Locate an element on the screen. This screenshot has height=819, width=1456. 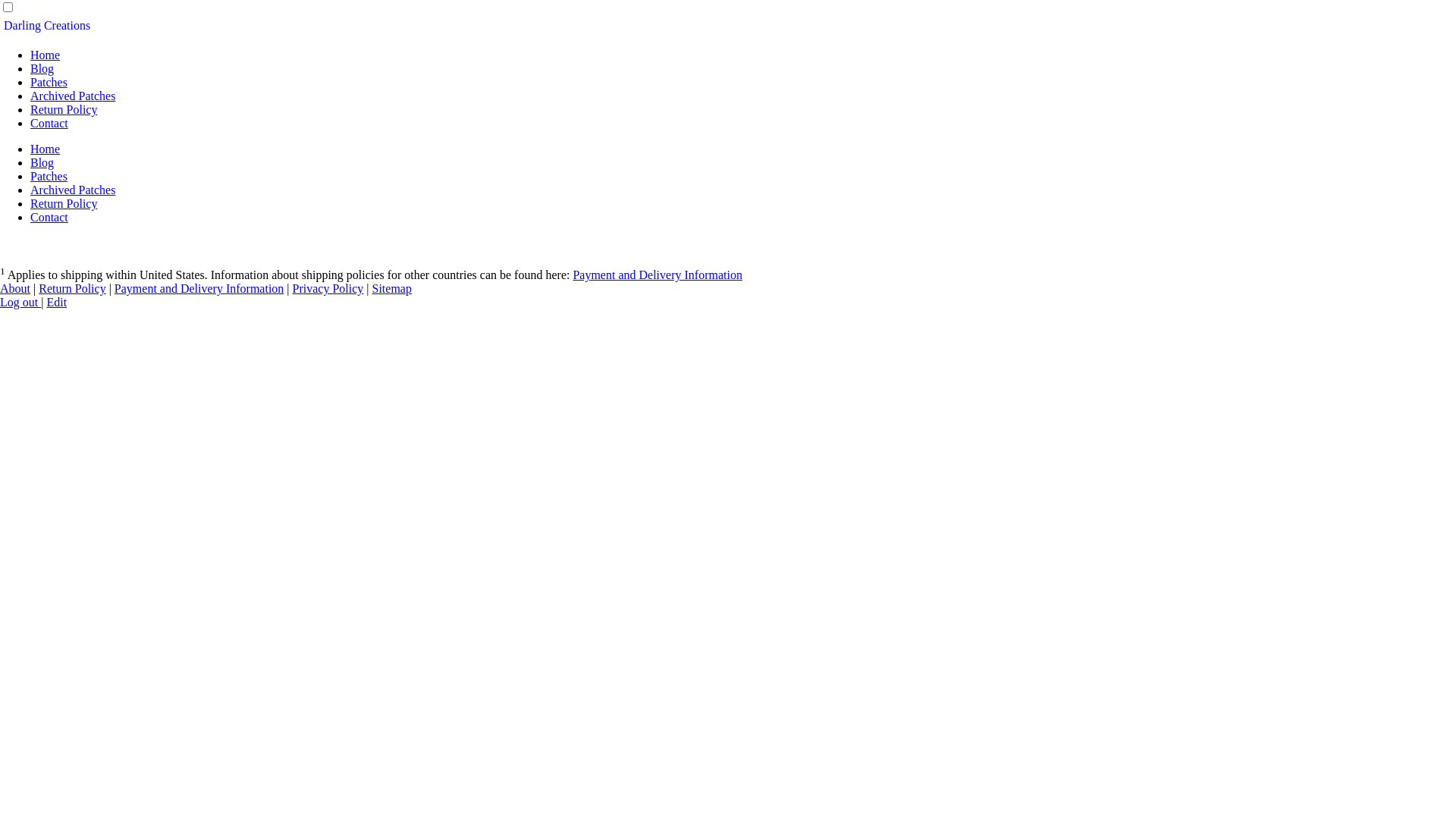
'Patches' is located at coordinates (30, 82).